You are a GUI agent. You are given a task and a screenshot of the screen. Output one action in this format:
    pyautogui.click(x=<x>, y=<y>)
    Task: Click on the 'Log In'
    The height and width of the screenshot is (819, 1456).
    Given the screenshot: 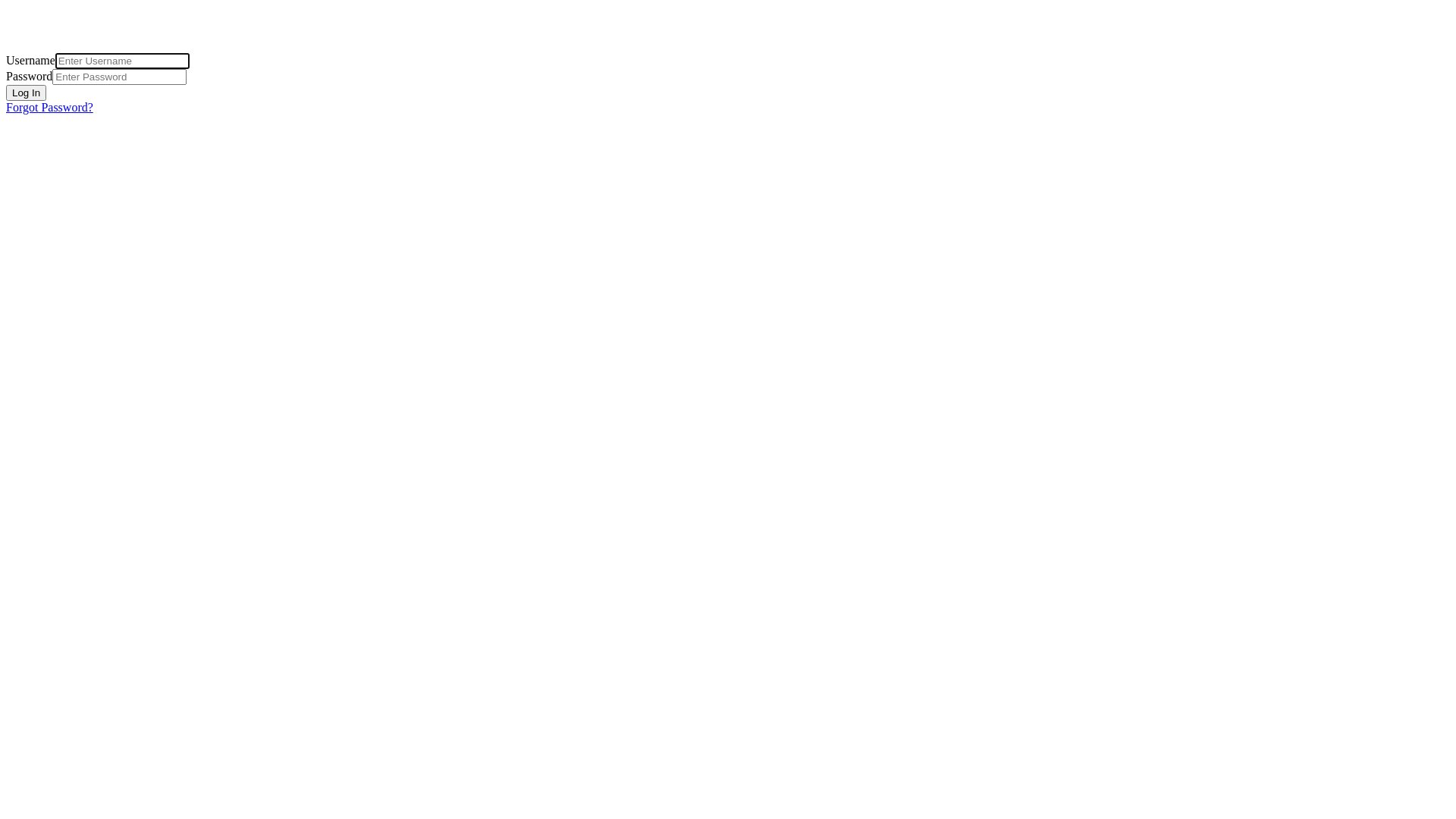 What is the action you would take?
    pyautogui.click(x=26, y=93)
    